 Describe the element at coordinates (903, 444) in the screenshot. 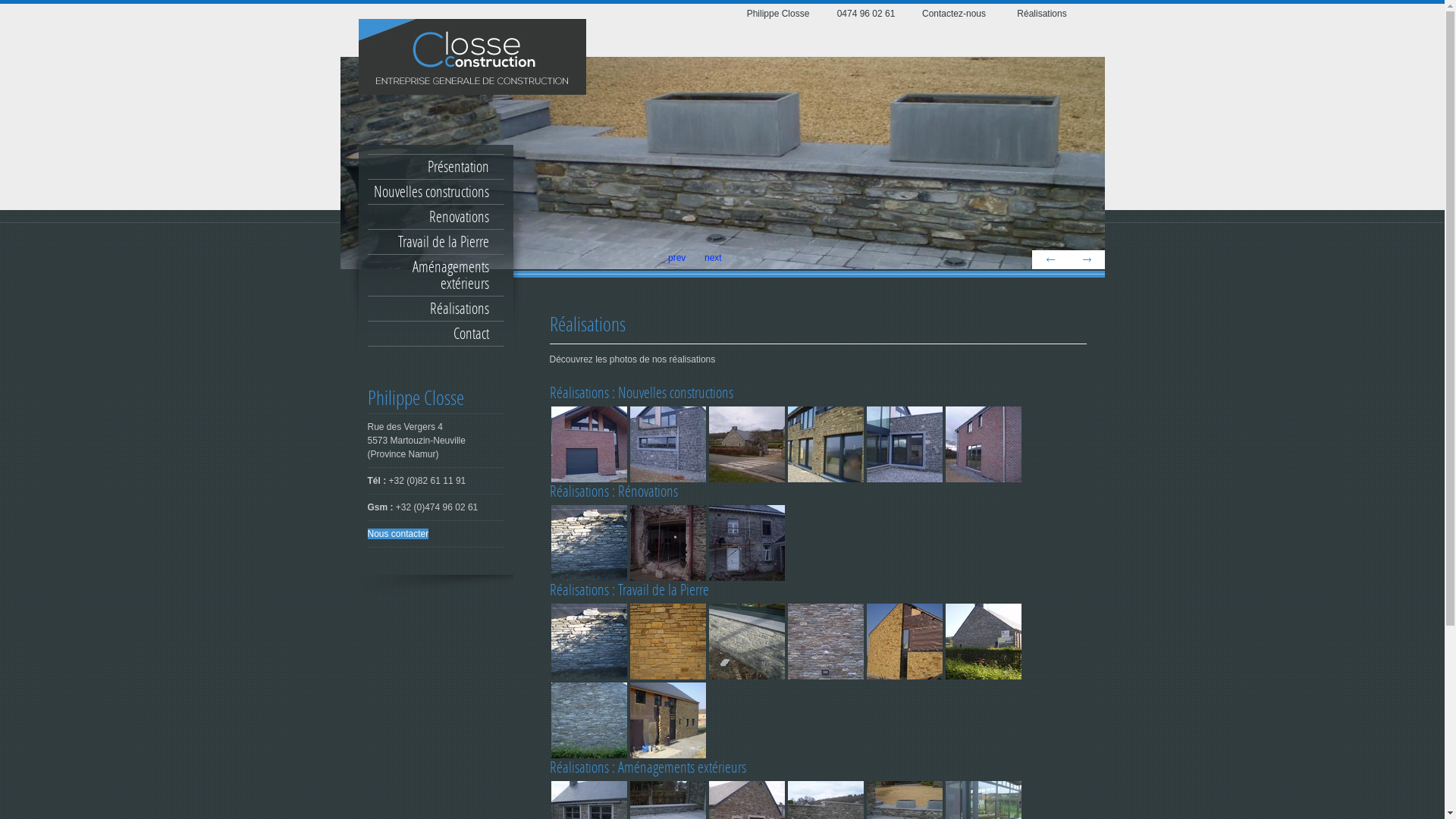

I see `'OLYMPUS DIGITAL CAMERA         '` at that location.